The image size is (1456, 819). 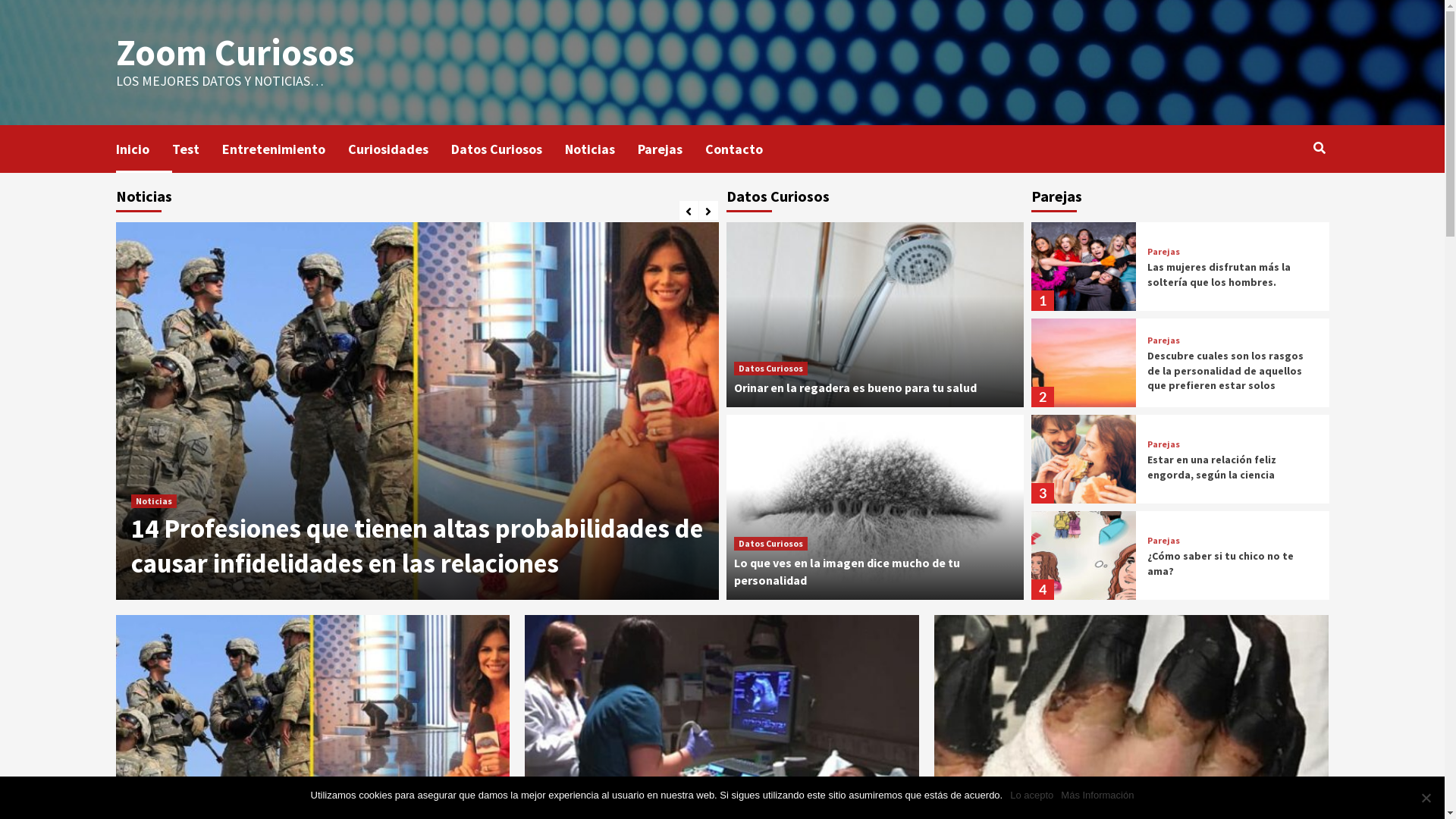 I want to click on 'Zoom Curiosos', so click(x=233, y=52).